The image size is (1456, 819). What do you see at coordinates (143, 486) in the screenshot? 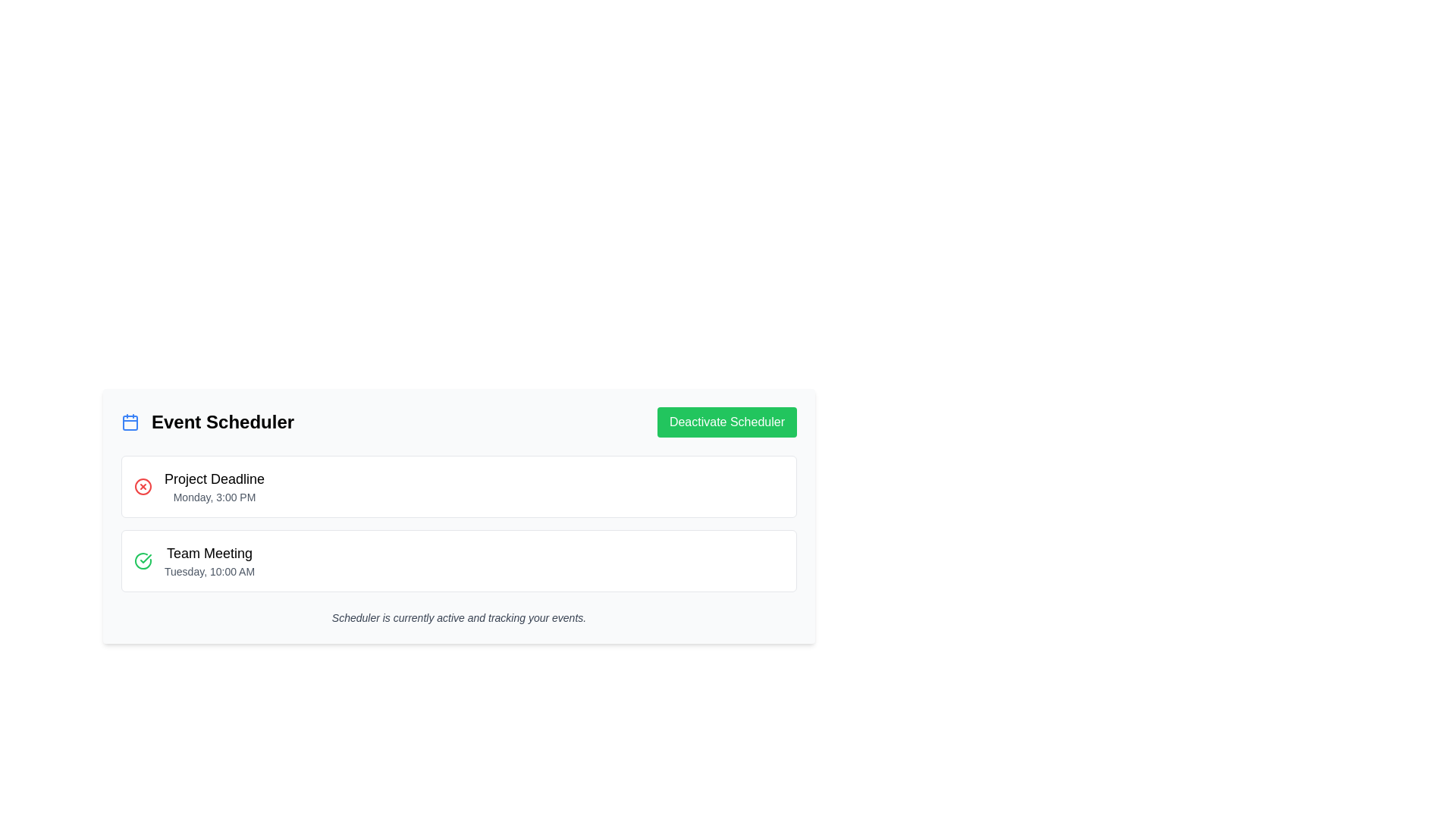
I see `the SVG circle that represents a warning status, located next to the 'Project Deadline' label in the event scheduler` at bounding box center [143, 486].